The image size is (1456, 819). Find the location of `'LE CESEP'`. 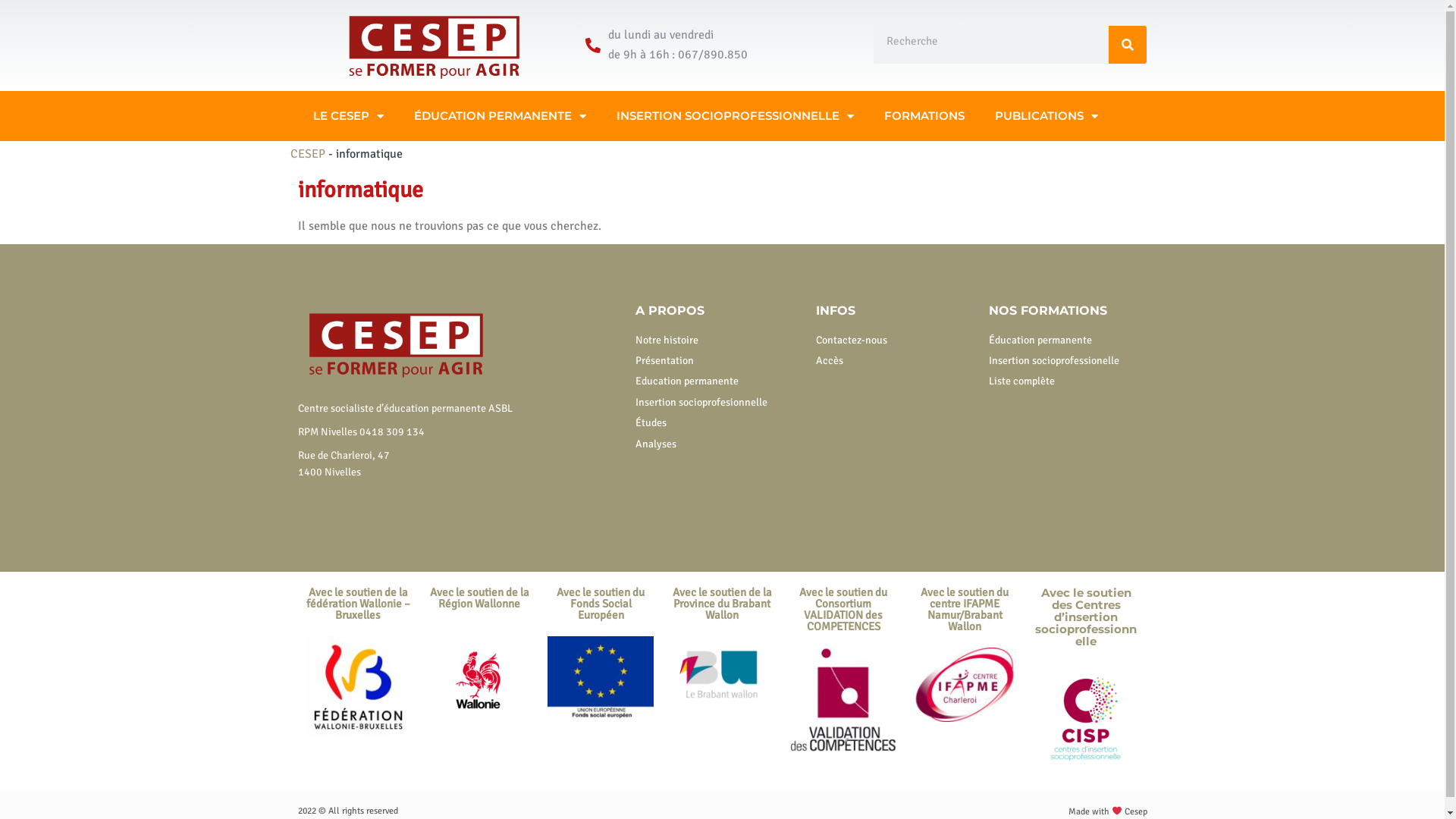

'LE CESEP' is located at coordinates (347, 115).